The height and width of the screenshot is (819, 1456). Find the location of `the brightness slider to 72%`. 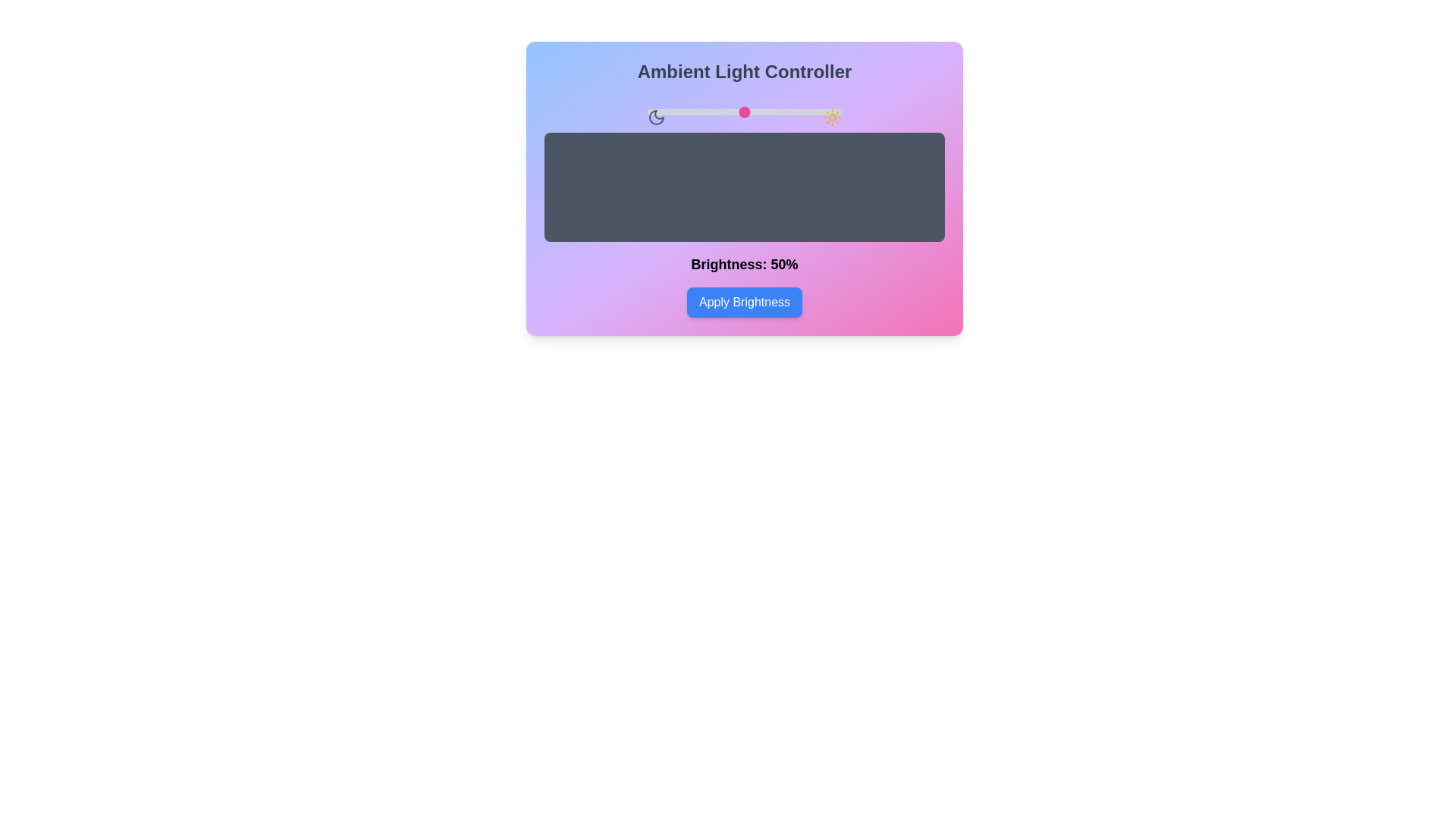

the brightness slider to 72% is located at coordinates (787, 111).